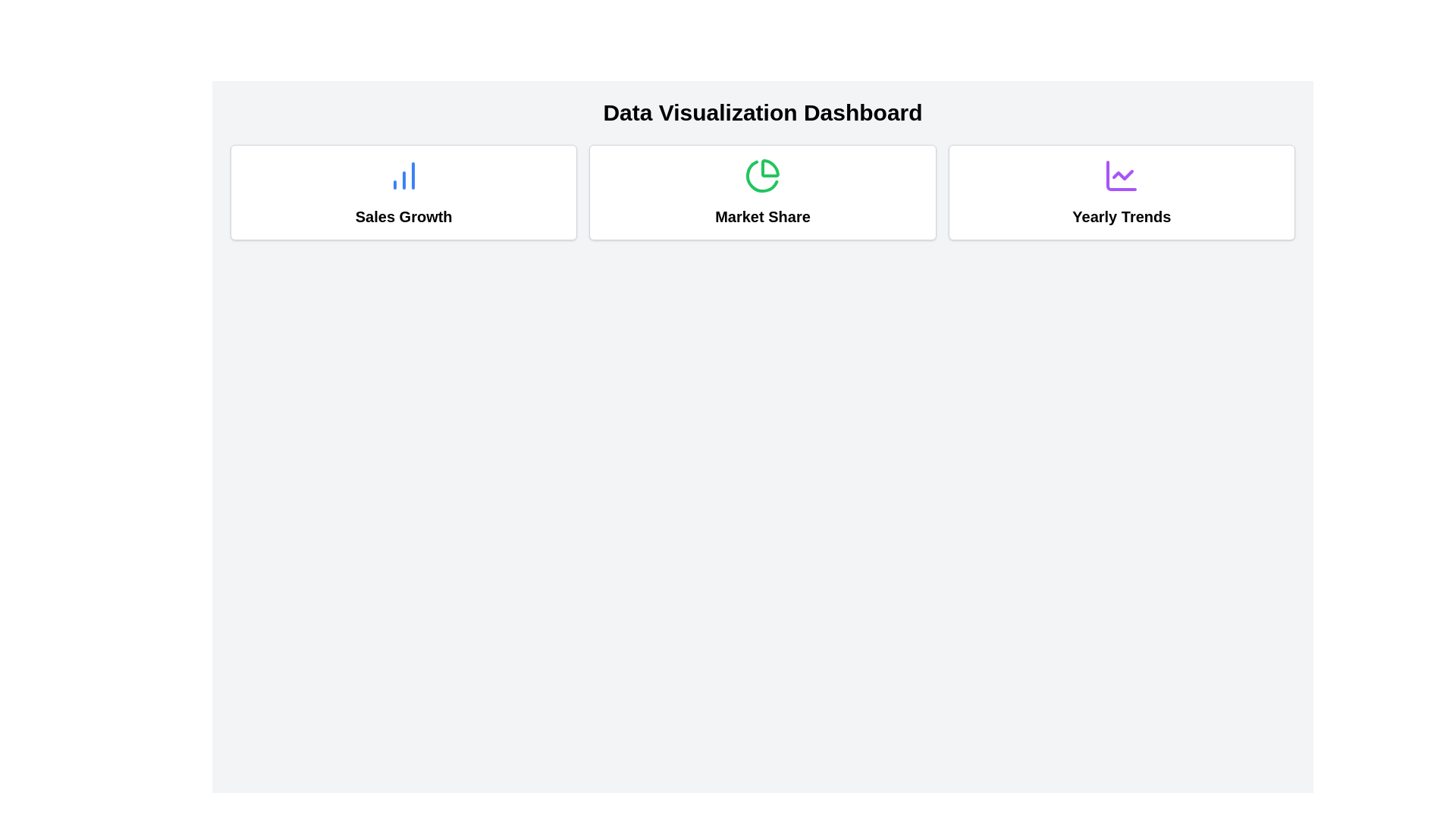 The height and width of the screenshot is (819, 1456). Describe the element at coordinates (403, 174) in the screenshot. I see `the small blue bar chart icon located above the 'Sales Growth' label in the first panel of a three-panel layout` at that location.